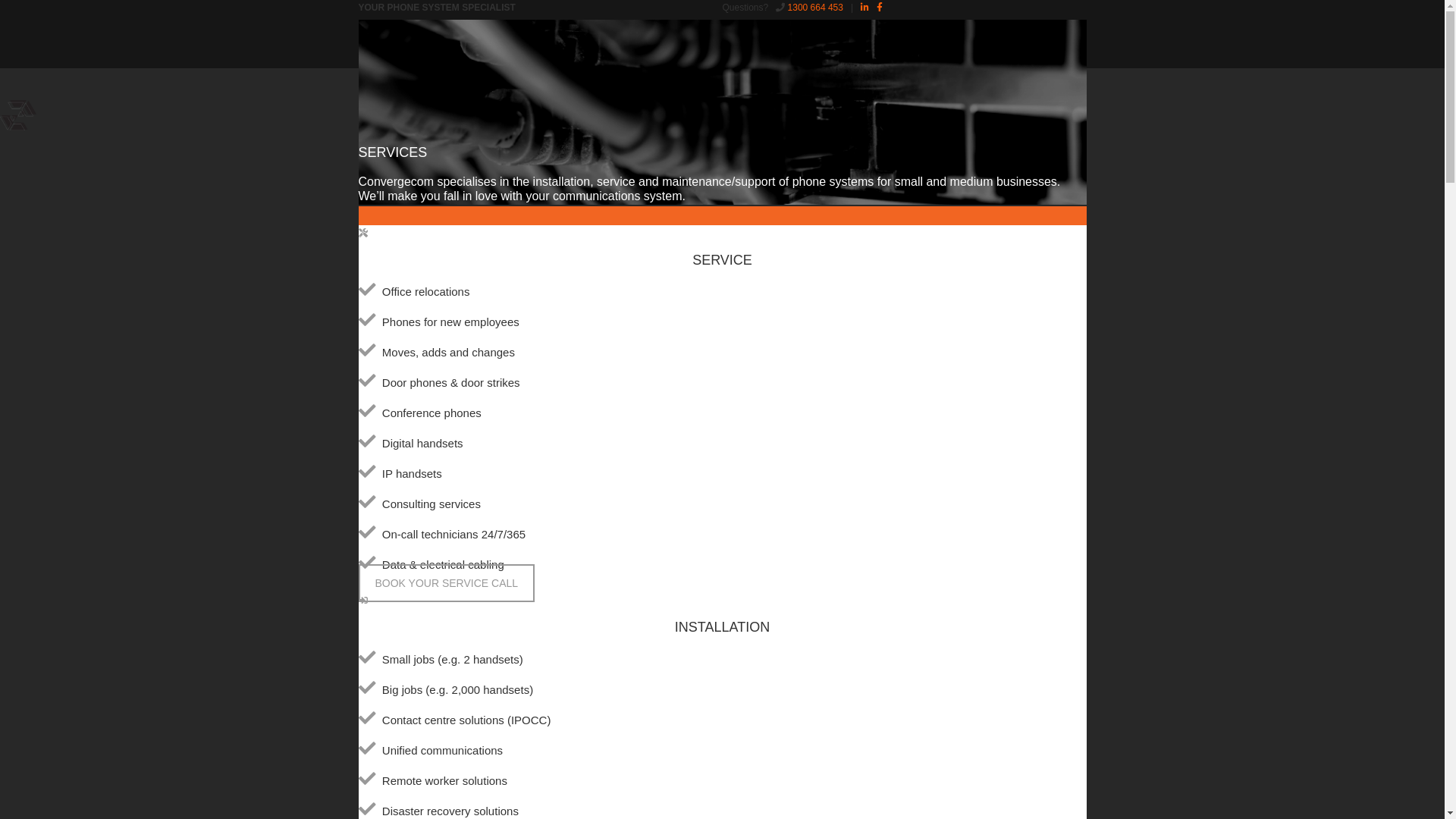  What do you see at coordinates (394, 40) in the screenshot?
I see `'CONVERGECOM'` at bounding box center [394, 40].